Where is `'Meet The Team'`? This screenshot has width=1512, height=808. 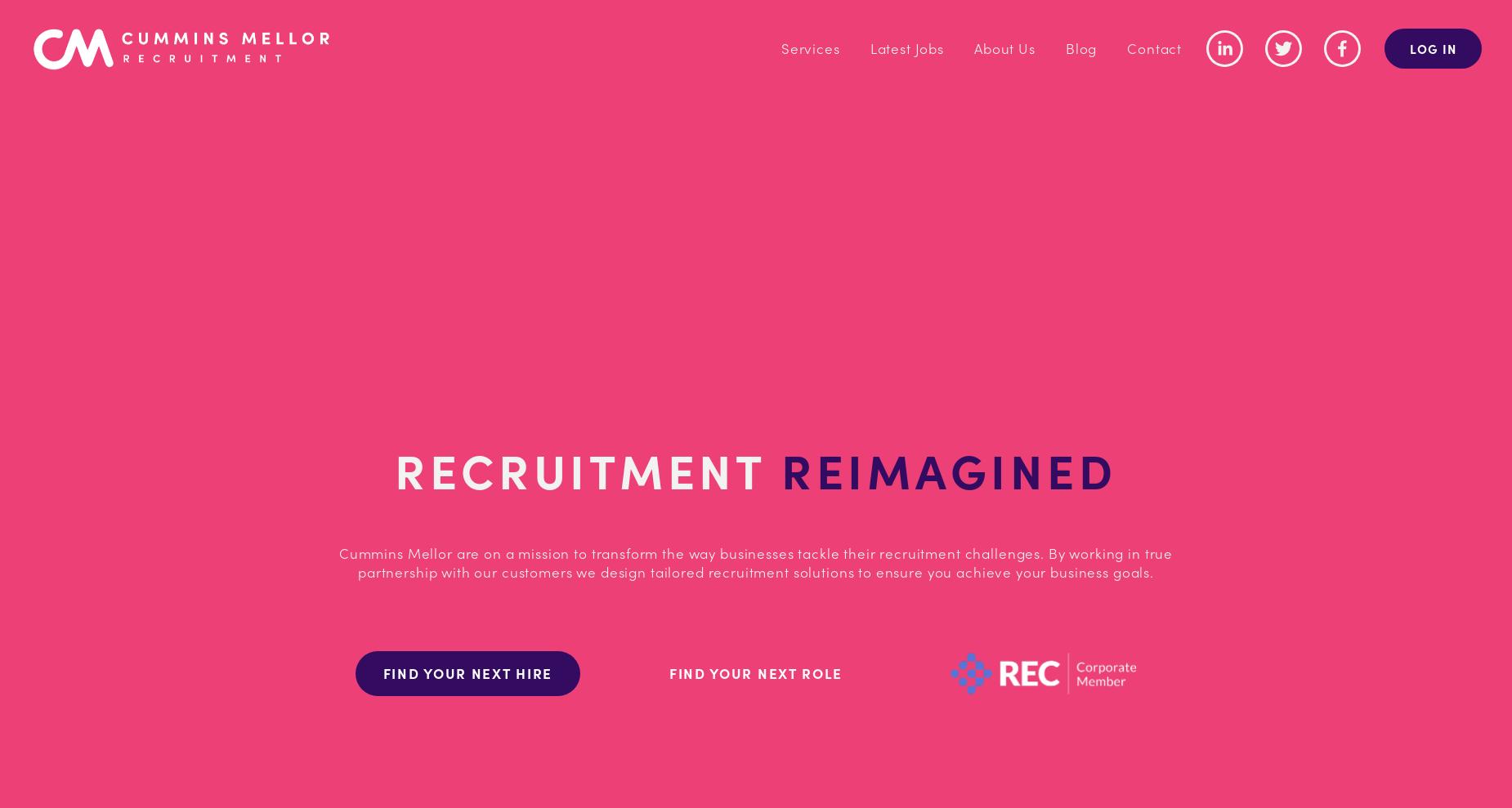 'Meet The Team' is located at coordinates (934, 139).